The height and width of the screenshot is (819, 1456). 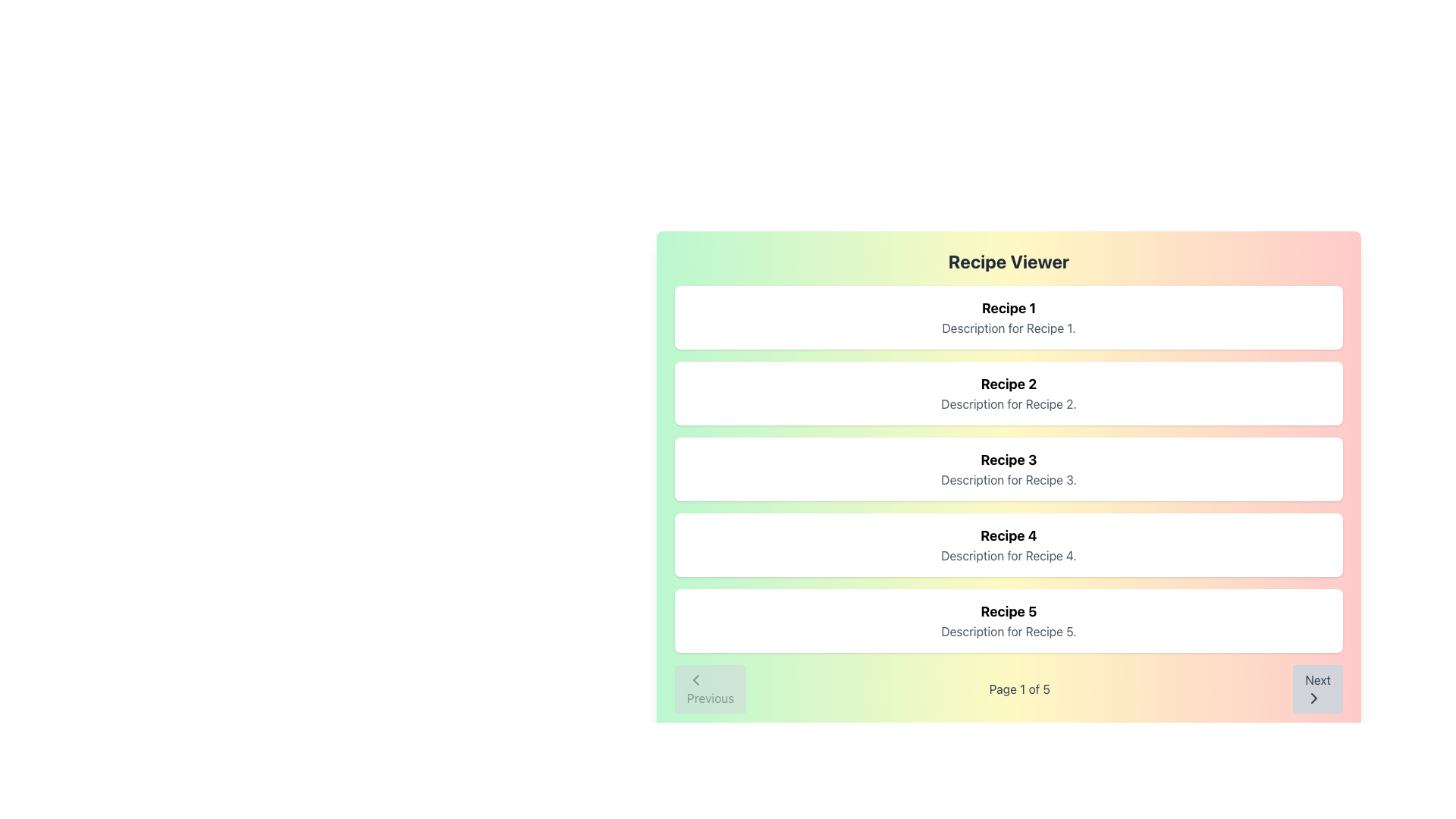 I want to click on text displayed in the title of the fourth recipe in the vertically stacked list of recipe entries, so click(x=1009, y=535).